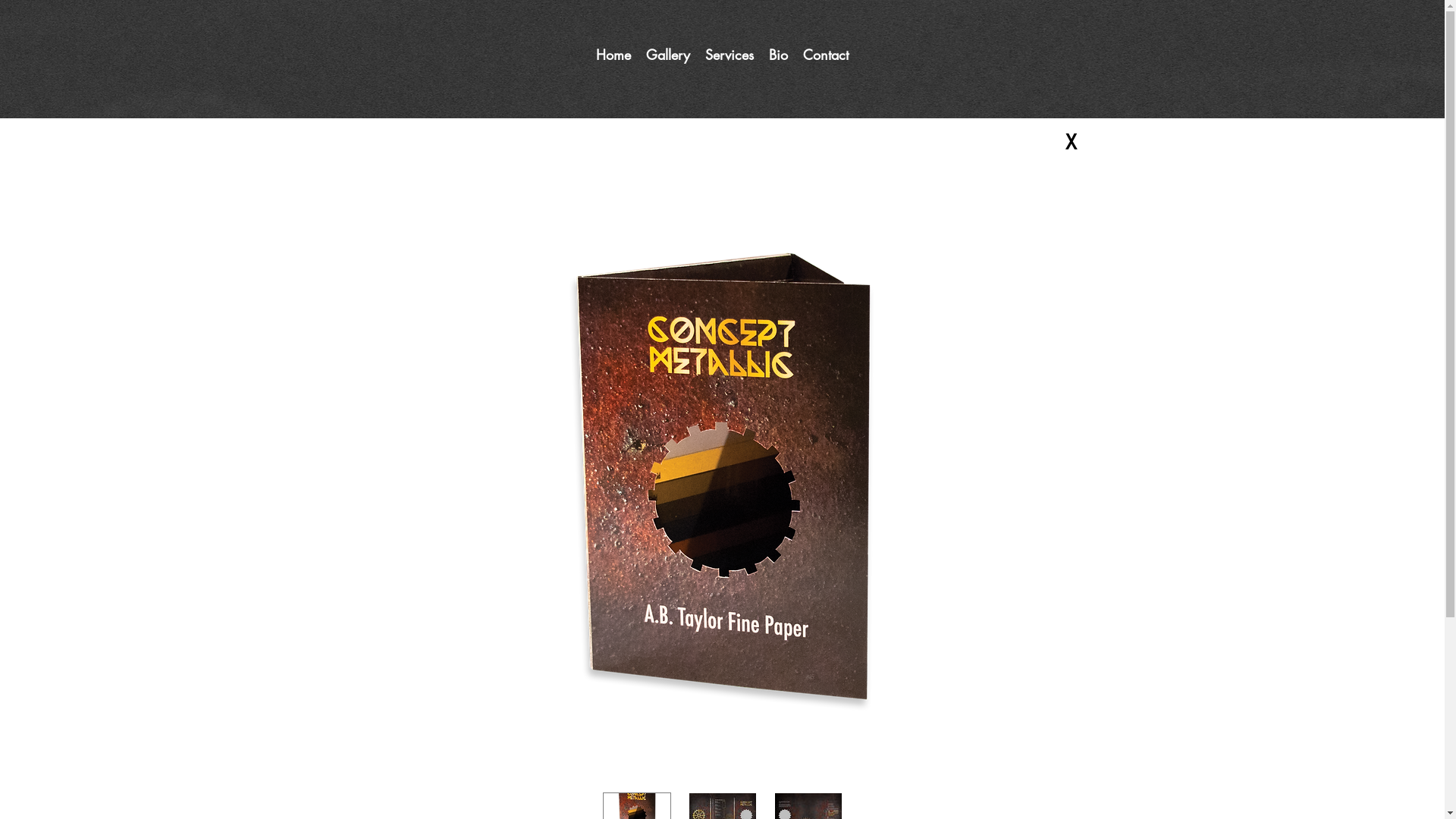 This screenshot has width=1456, height=819. Describe the element at coordinates (825, 54) in the screenshot. I see `'Contact'` at that location.